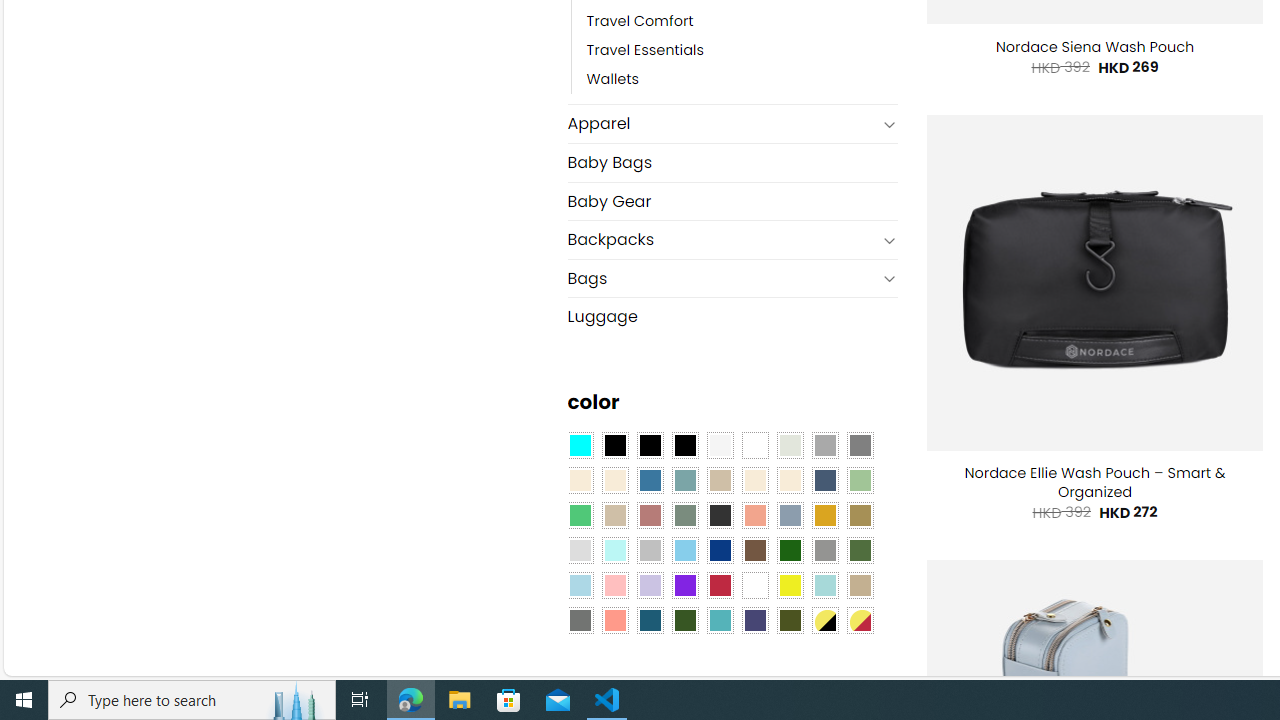 Image resolution: width=1280 pixels, height=720 pixels. Describe the element at coordinates (614, 618) in the screenshot. I see `'Peach Pink'` at that location.